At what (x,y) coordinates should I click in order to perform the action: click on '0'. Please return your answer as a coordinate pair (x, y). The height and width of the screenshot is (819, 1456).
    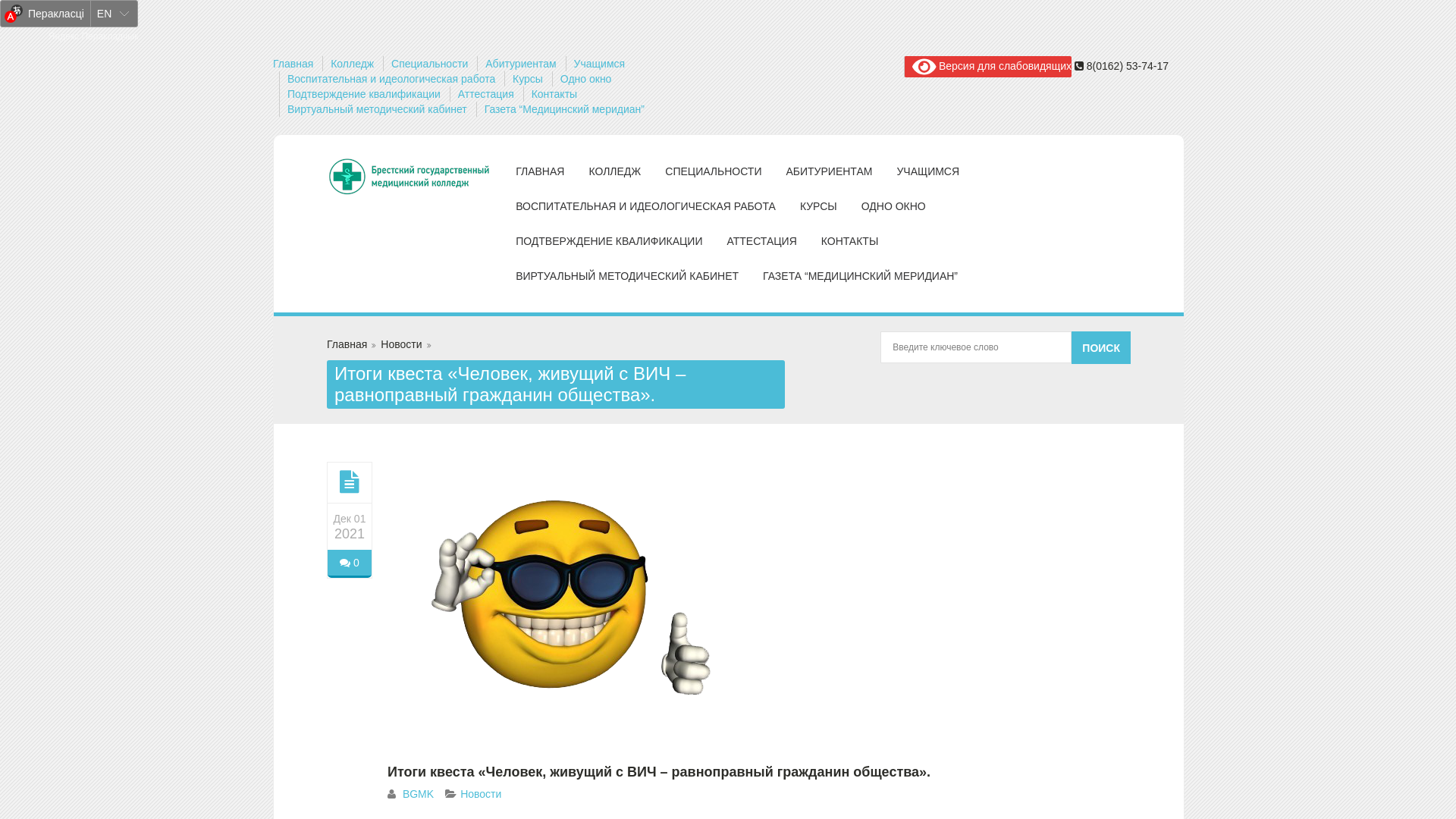
    Looking at the image, I should click on (327, 563).